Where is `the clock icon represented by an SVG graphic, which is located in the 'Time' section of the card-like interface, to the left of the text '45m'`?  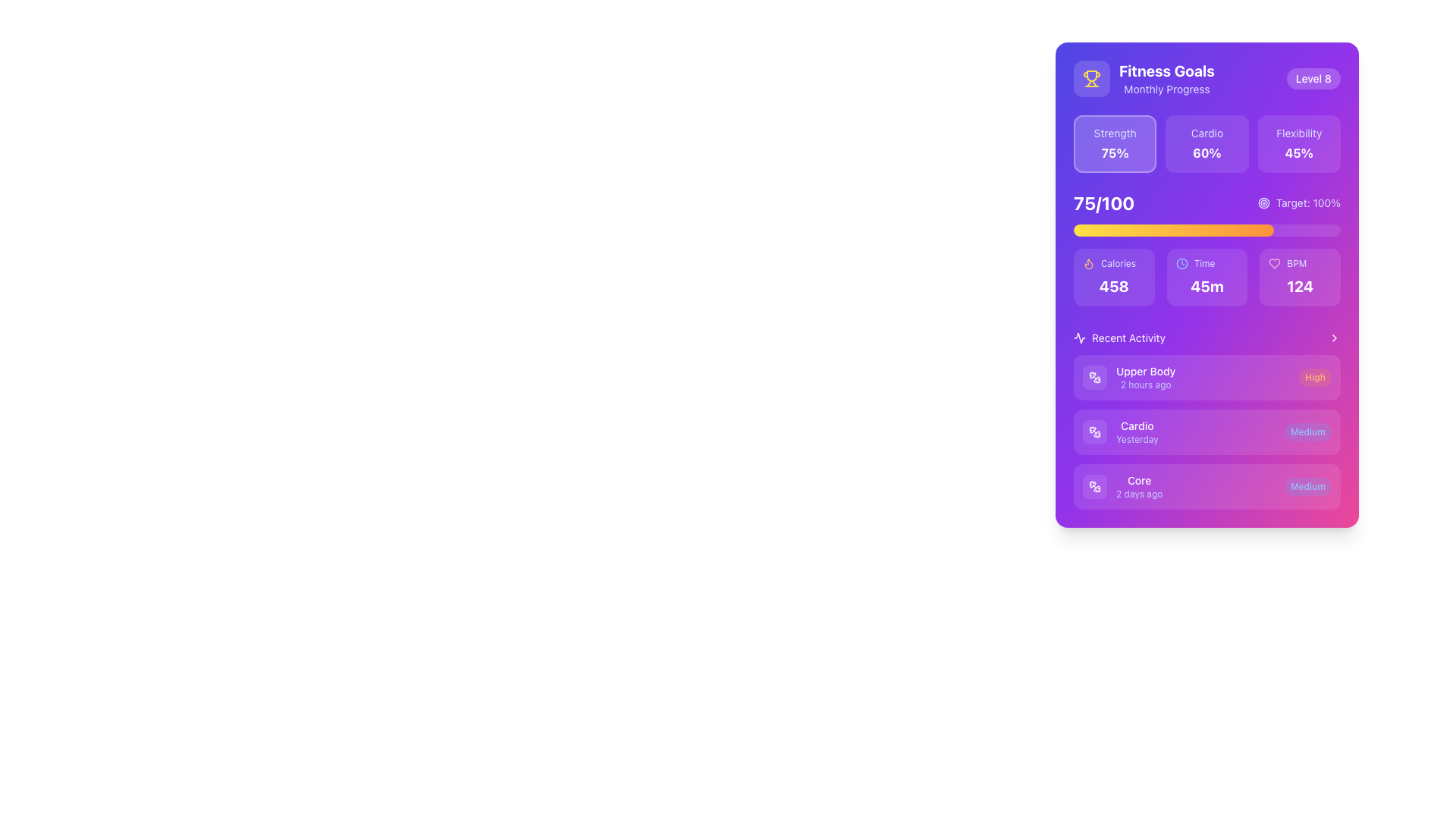
the clock icon represented by an SVG graphic, which is located in the 'Time' section of the card-like interface, to the left of the text '45m' is located at coordinates (1181, 262).